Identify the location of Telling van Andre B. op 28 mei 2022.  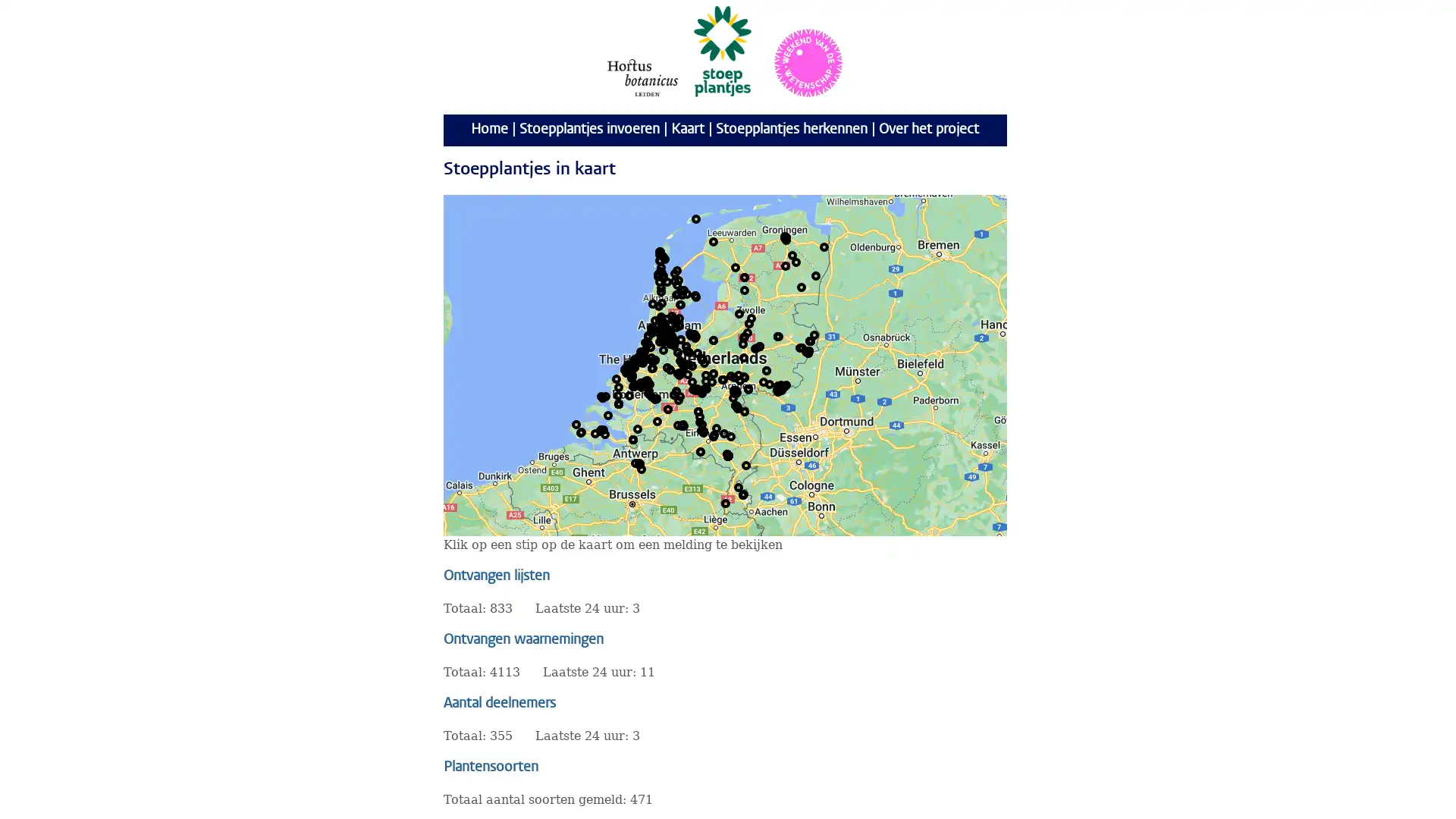
(639, 360).